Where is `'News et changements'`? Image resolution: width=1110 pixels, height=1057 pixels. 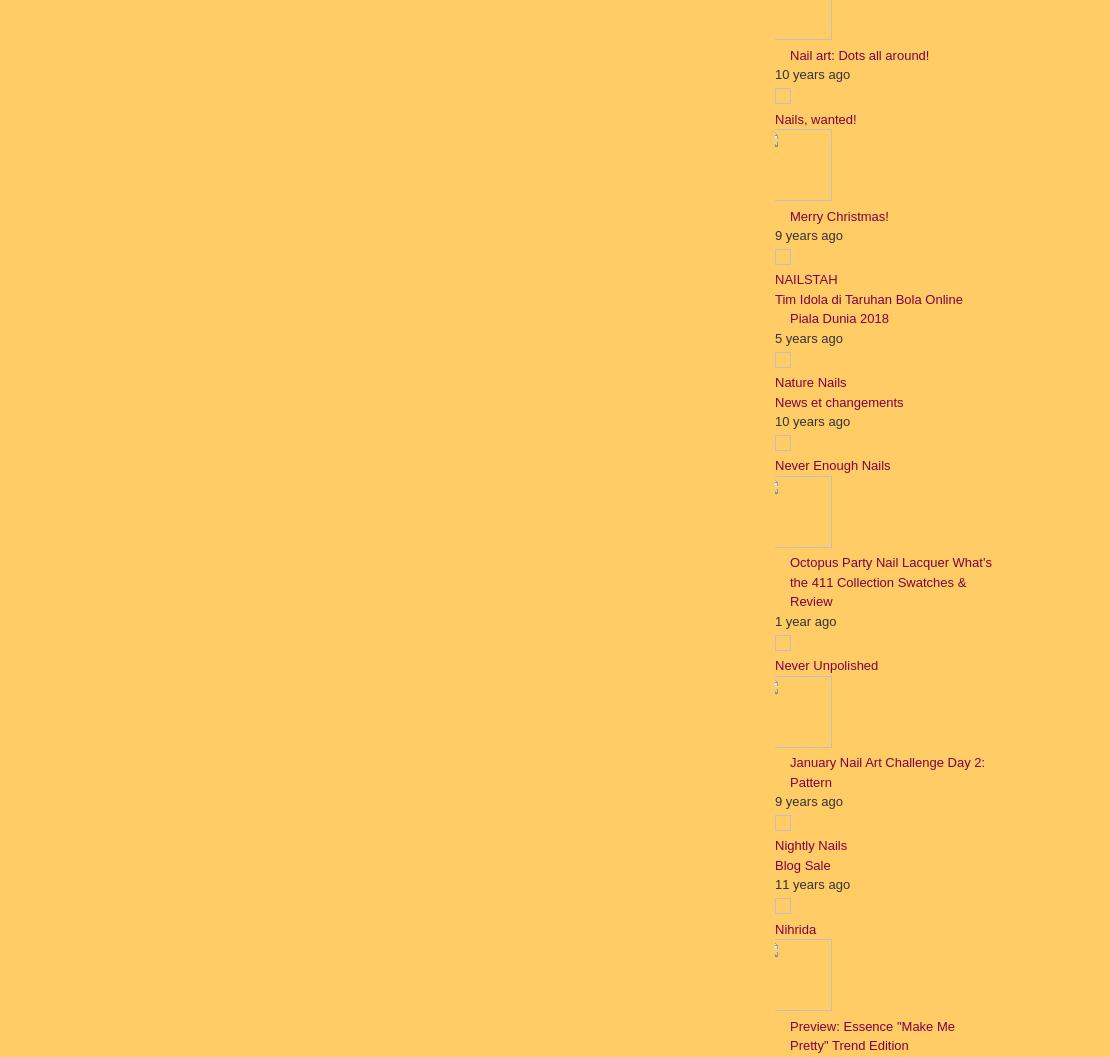 'News et changements' is located at coordinates (838, 400).